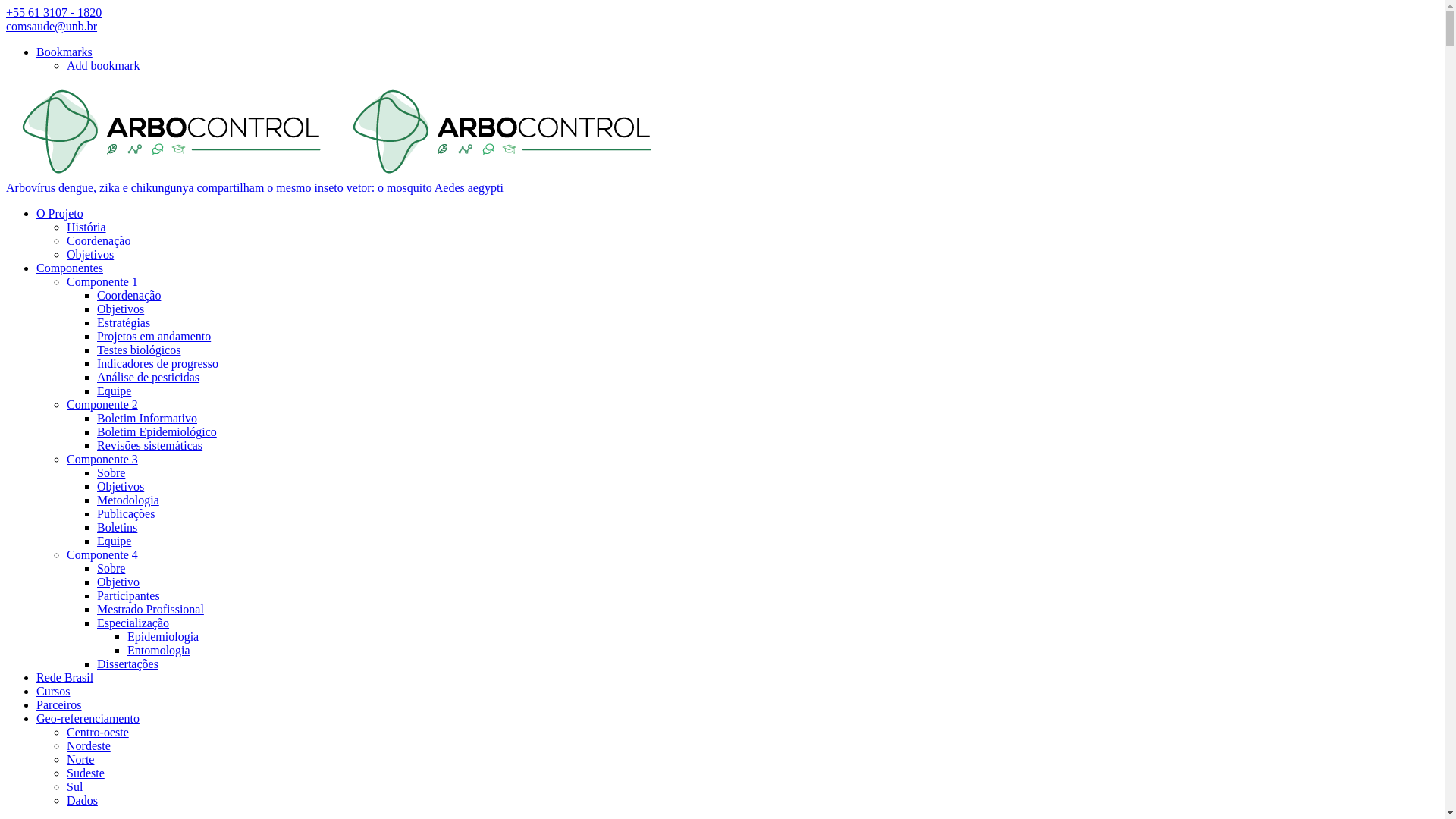 This screenshot has width=1456, height=819. What do you see at coordinates (150, 608) in the screenshot?
I see `'Mestrado Profissional'` at bounding box center [150, 608].